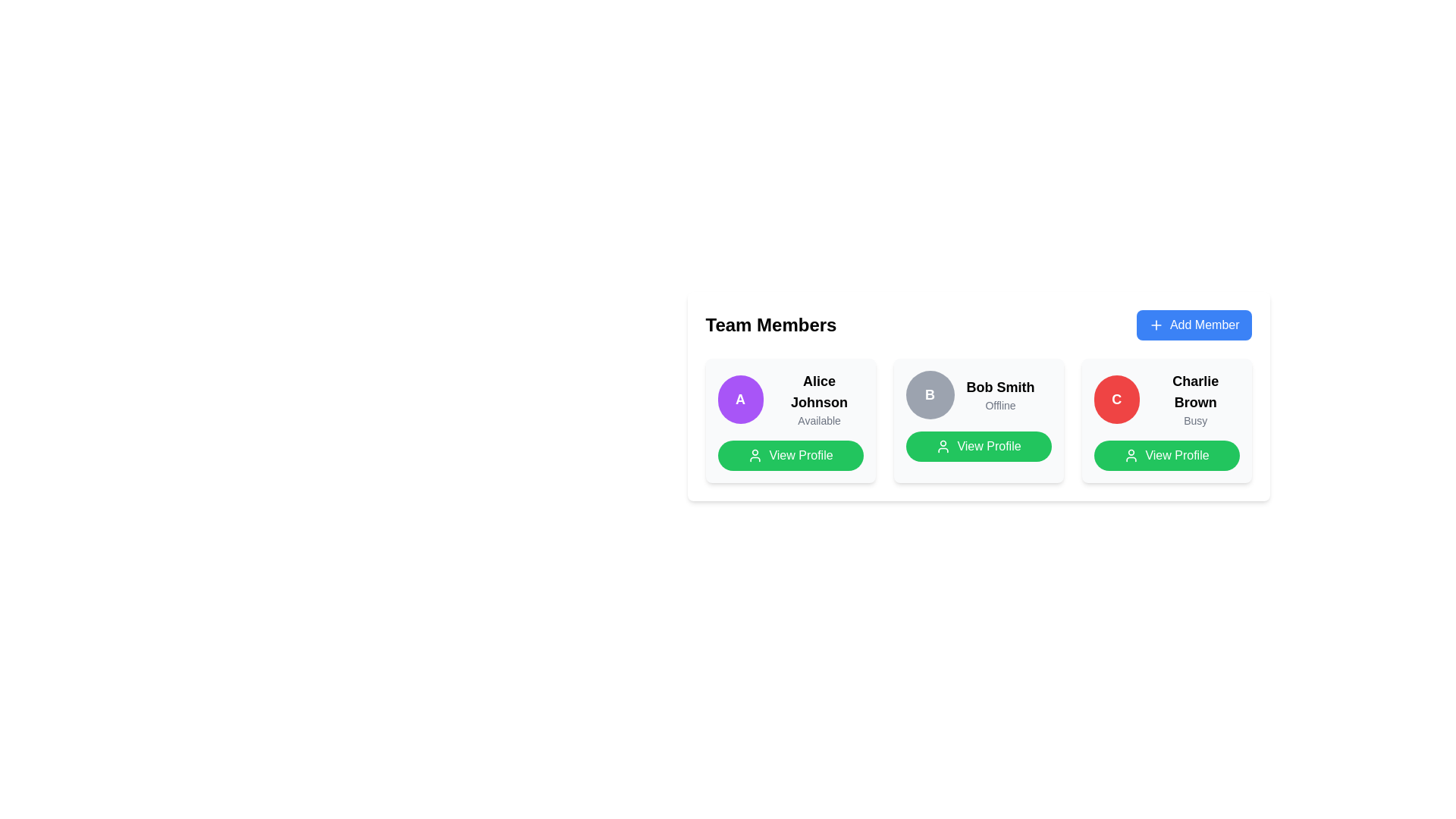  I want to click on the user icon graphic representing Charlie Brown's profile, which is located within the 'View Profile' button and aligned centrally to the left of the text, so click(1131, 455).